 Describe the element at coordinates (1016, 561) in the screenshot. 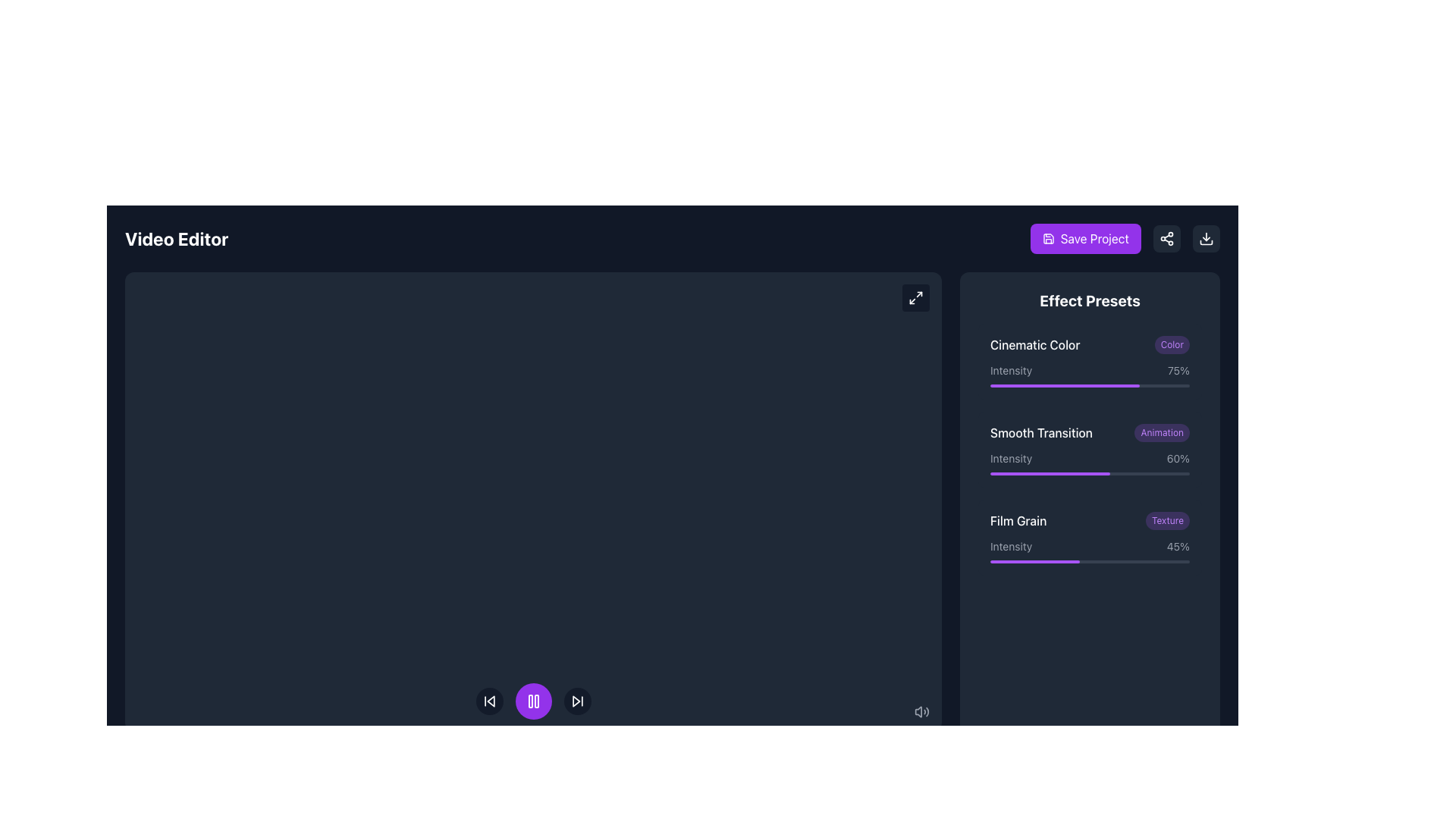

I see `the intensity slider` at that location.